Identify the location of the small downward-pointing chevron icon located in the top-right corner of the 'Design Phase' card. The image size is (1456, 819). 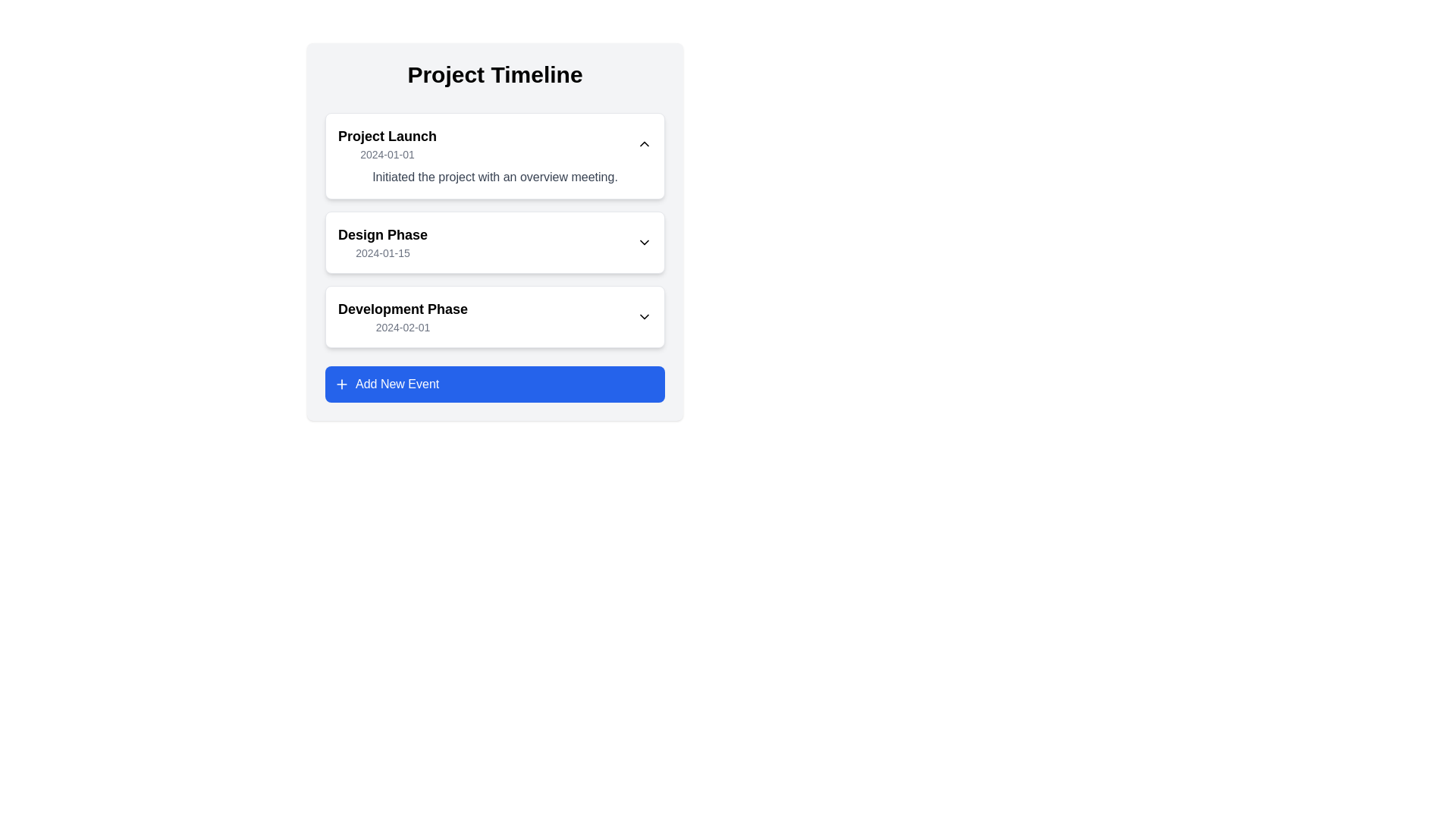
(644, 242).